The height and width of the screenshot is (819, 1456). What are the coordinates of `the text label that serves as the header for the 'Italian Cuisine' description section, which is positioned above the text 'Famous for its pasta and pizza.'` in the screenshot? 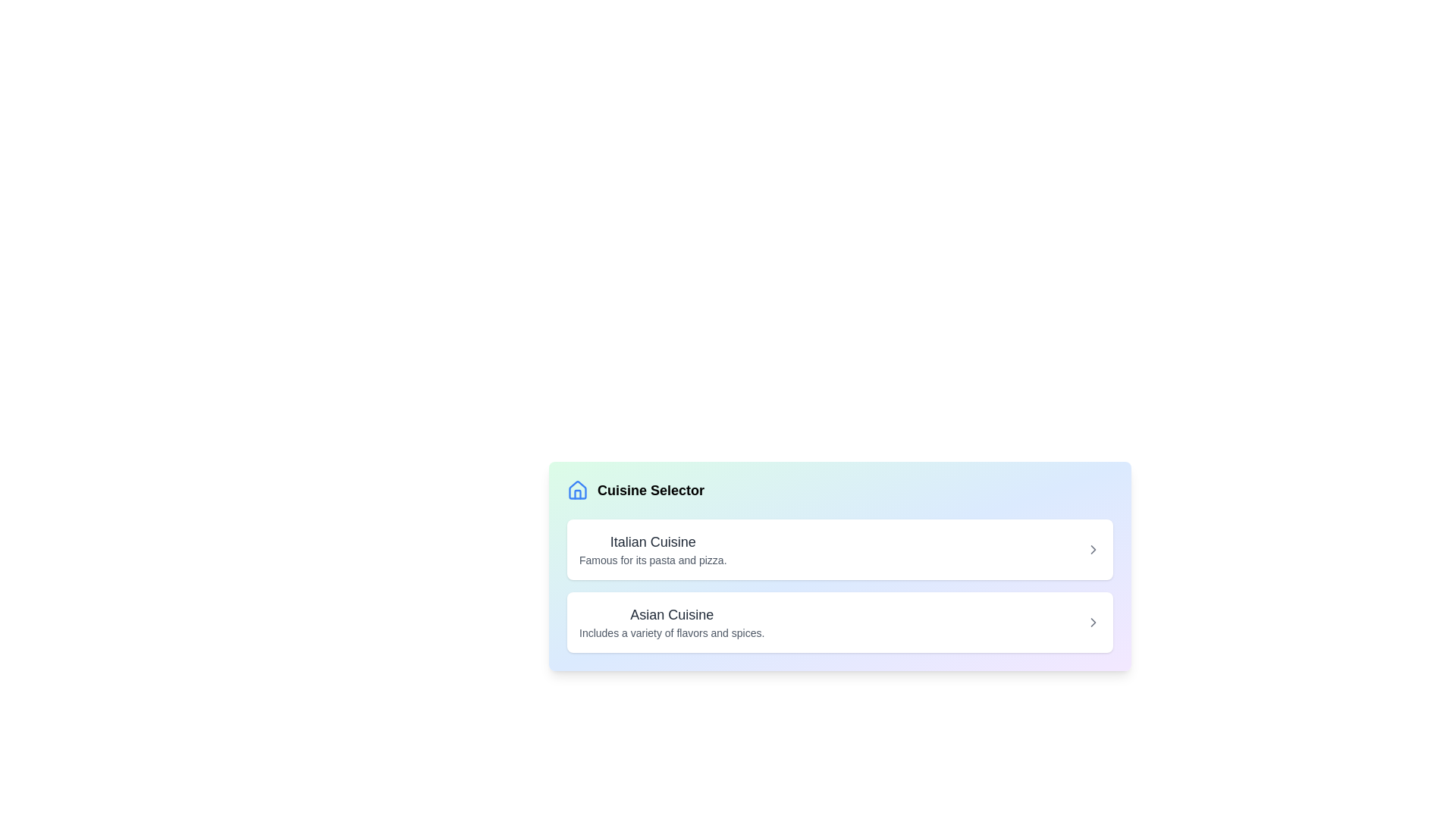 It's located at (653, 541).